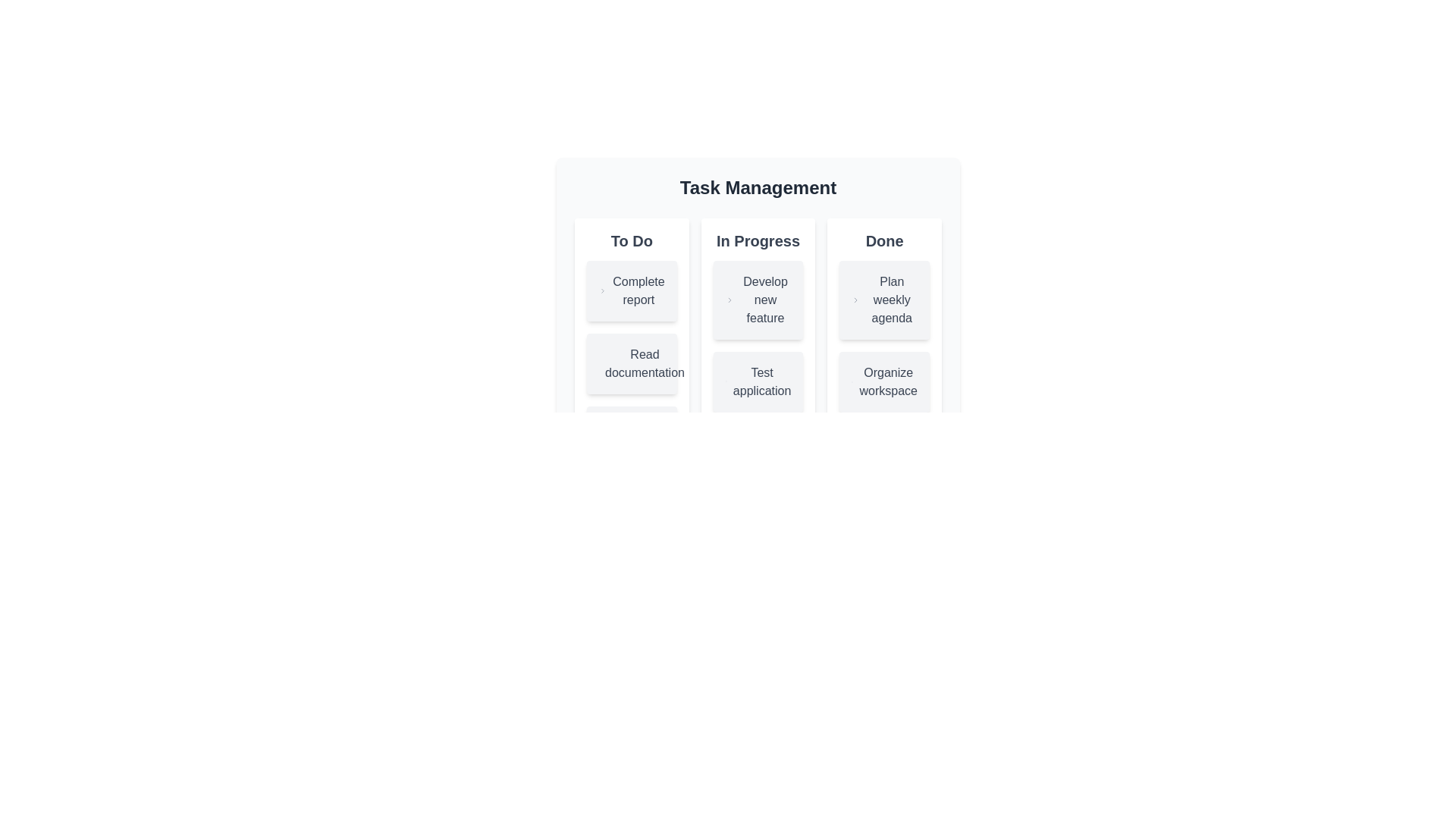 The image size is (1456, 819). I want to click on the task card located as the second item in the 'Done' column, so click(884, 300).